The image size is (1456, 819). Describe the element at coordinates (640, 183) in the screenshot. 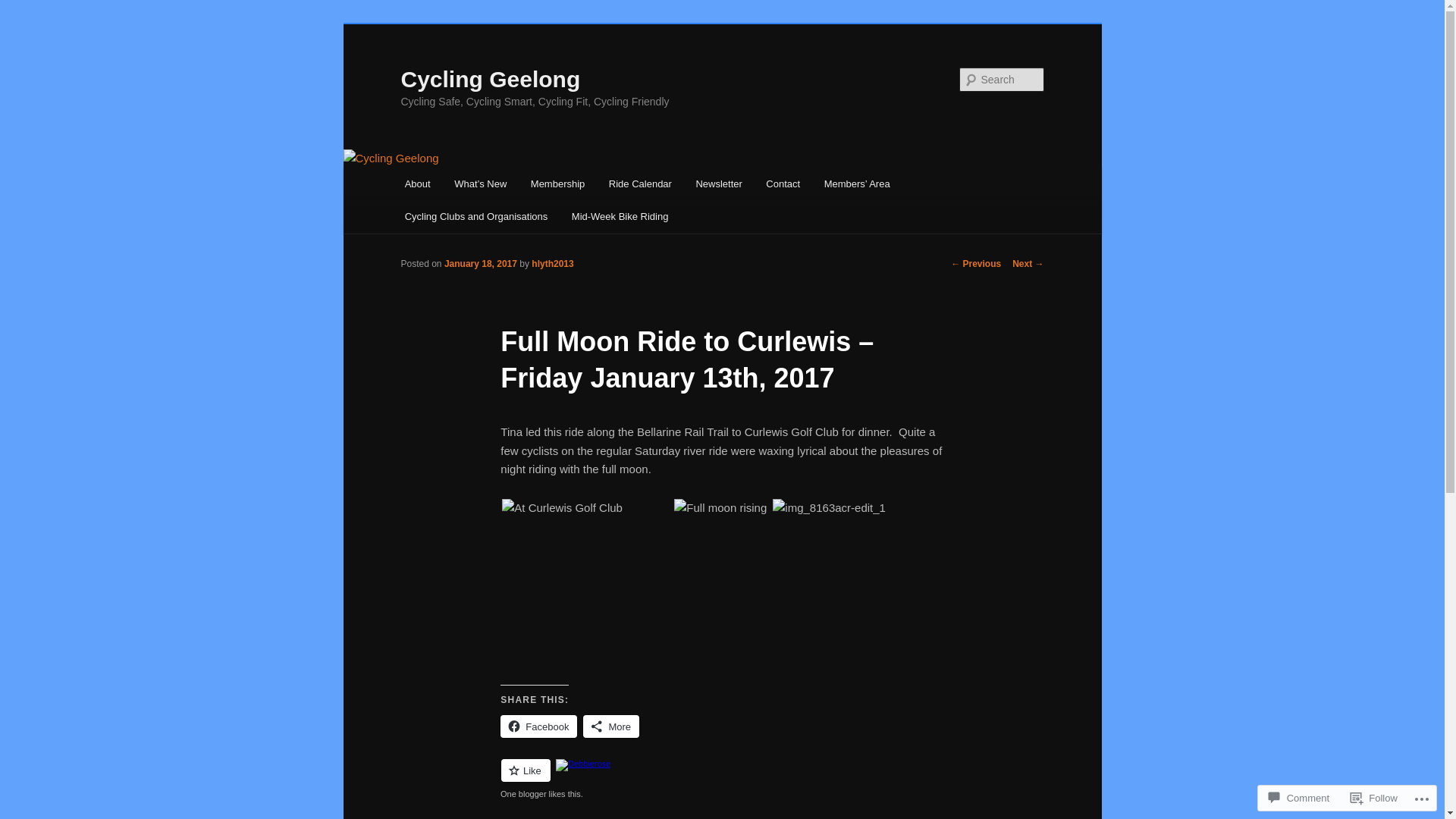

I see `'Ride Calendar'` at that location.